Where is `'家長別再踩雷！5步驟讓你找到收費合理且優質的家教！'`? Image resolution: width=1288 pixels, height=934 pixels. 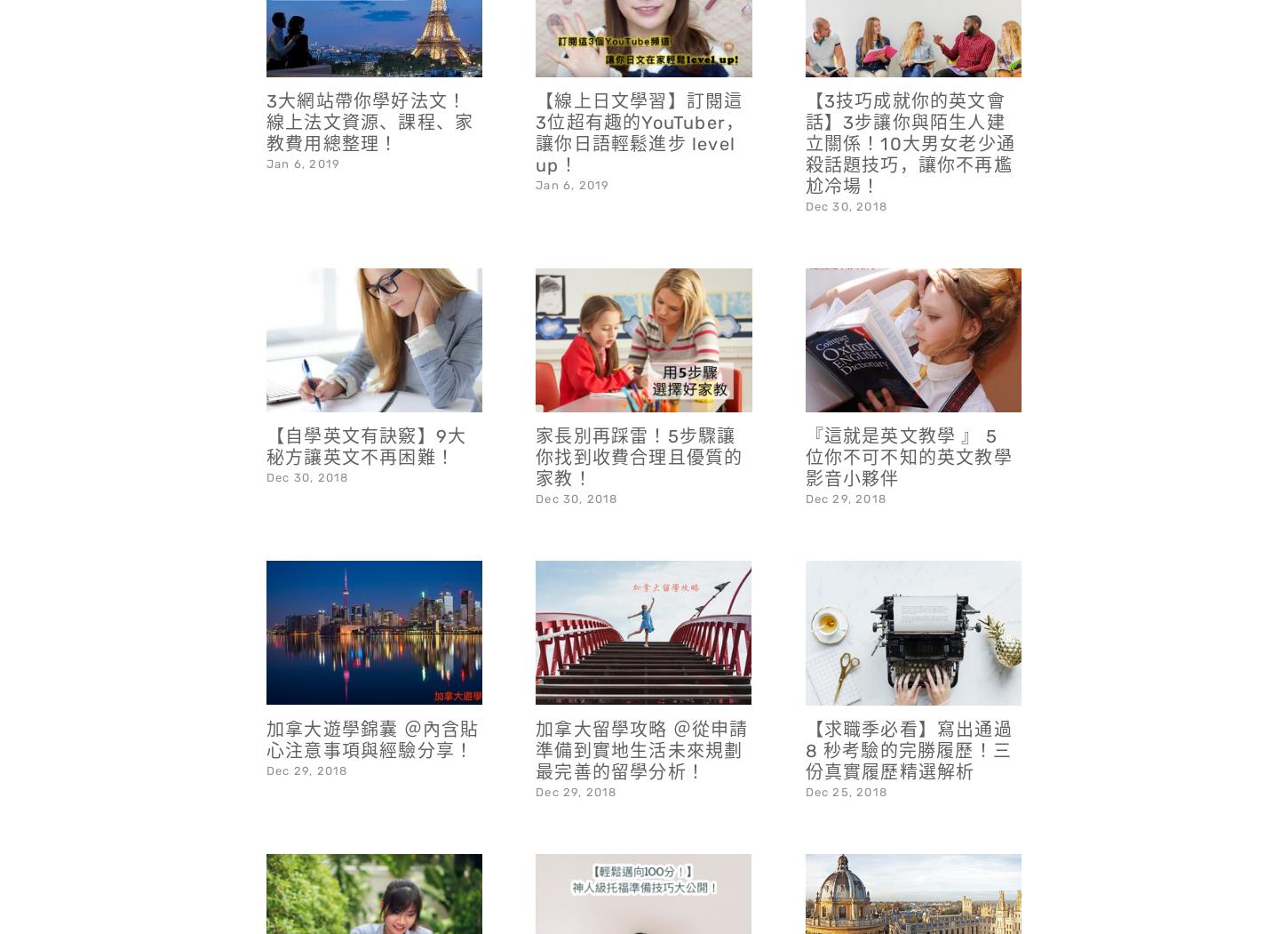 '家長別再踩雷！5步驟讓你找到收費合理且優質的家教！' is located at coordinates (638, 410).